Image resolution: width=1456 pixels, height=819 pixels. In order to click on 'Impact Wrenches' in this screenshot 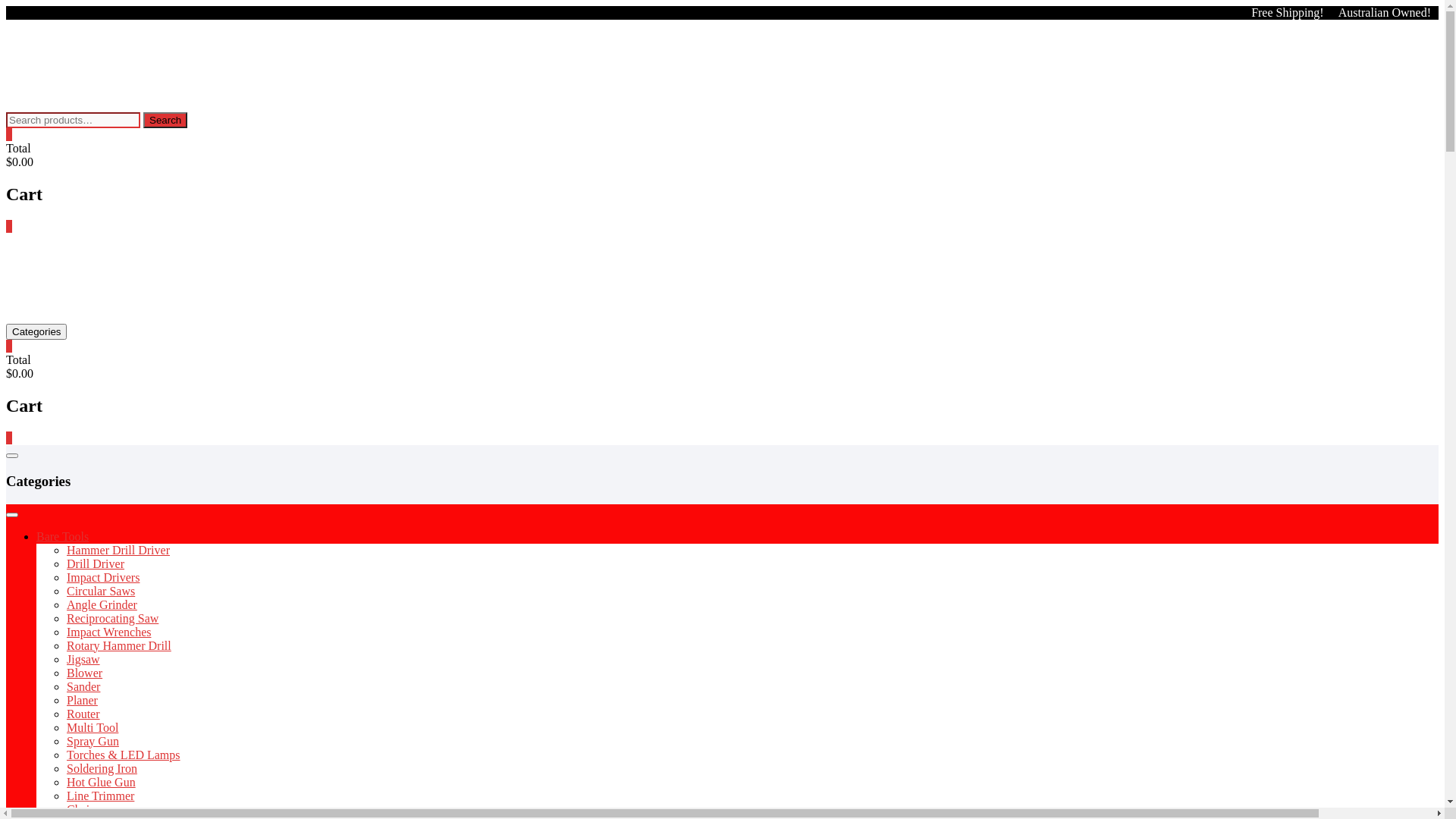, I will do `click(65, 632)`.